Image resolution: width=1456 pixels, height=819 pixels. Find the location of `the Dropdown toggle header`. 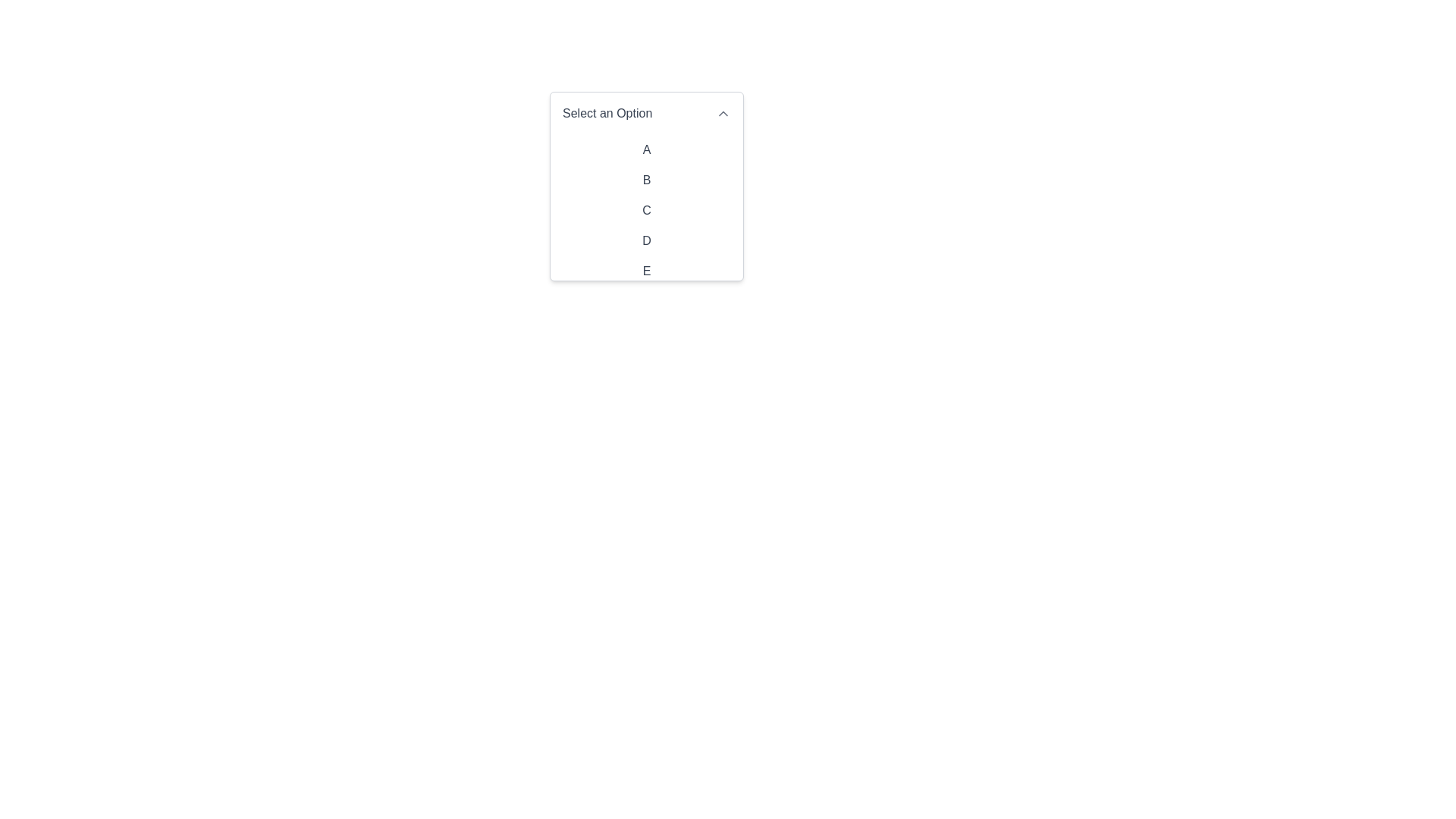

the Dropdown toggle header is located at coordinates (647, 113).